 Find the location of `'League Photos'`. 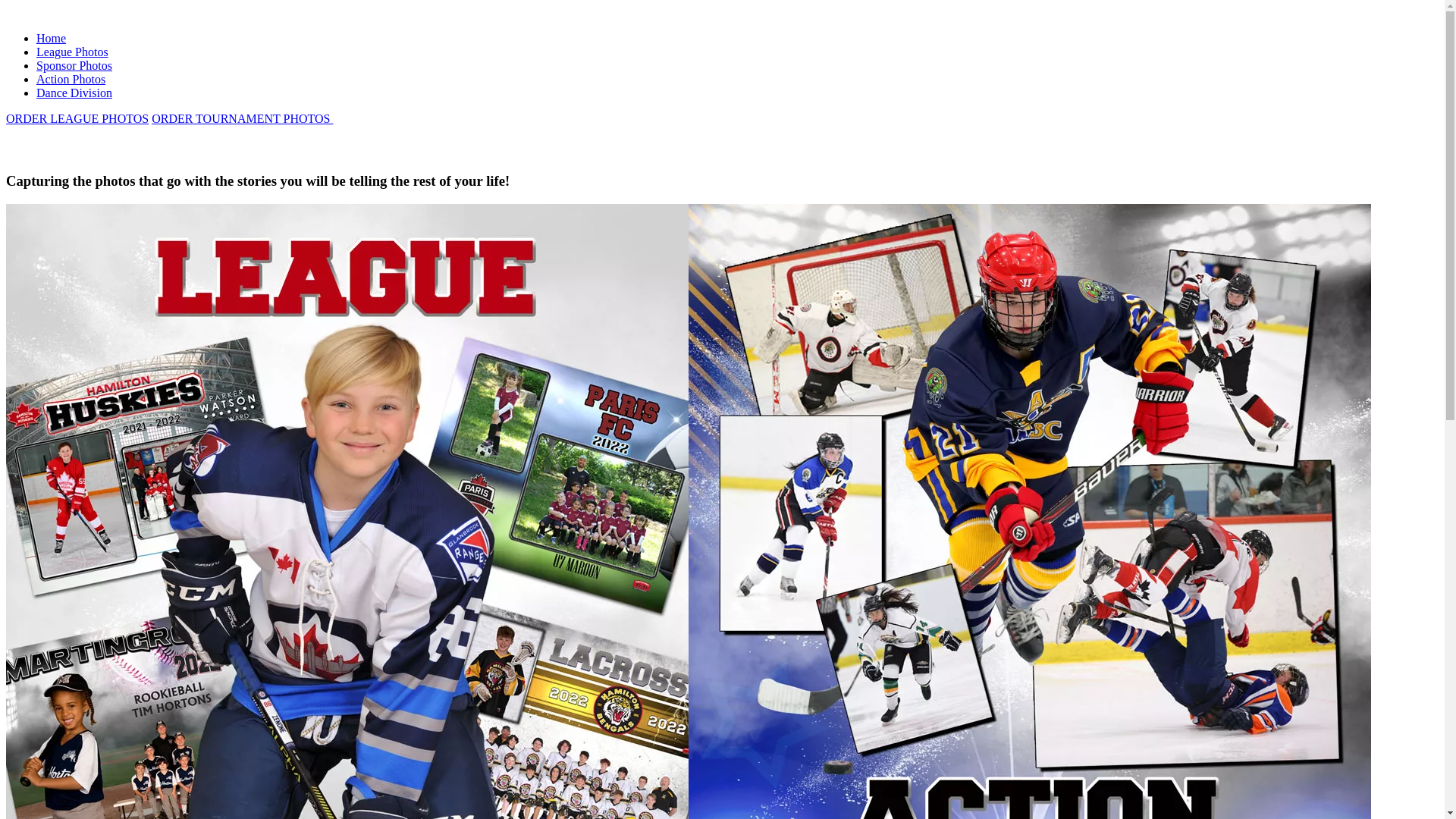

'League Photos' is located at coordinates (71, 51).